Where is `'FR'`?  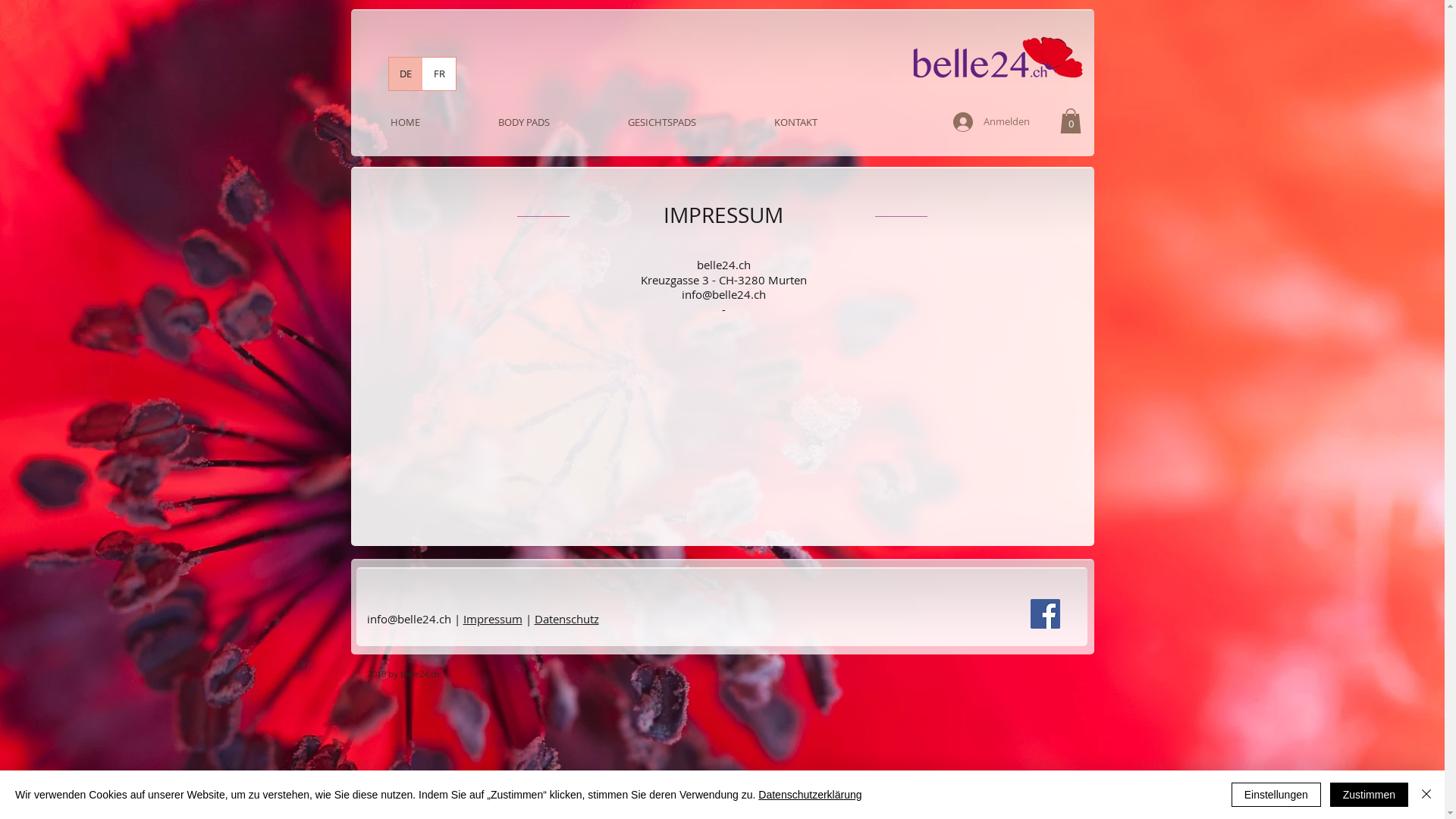
'FR' is located at coordinates (437, 74).